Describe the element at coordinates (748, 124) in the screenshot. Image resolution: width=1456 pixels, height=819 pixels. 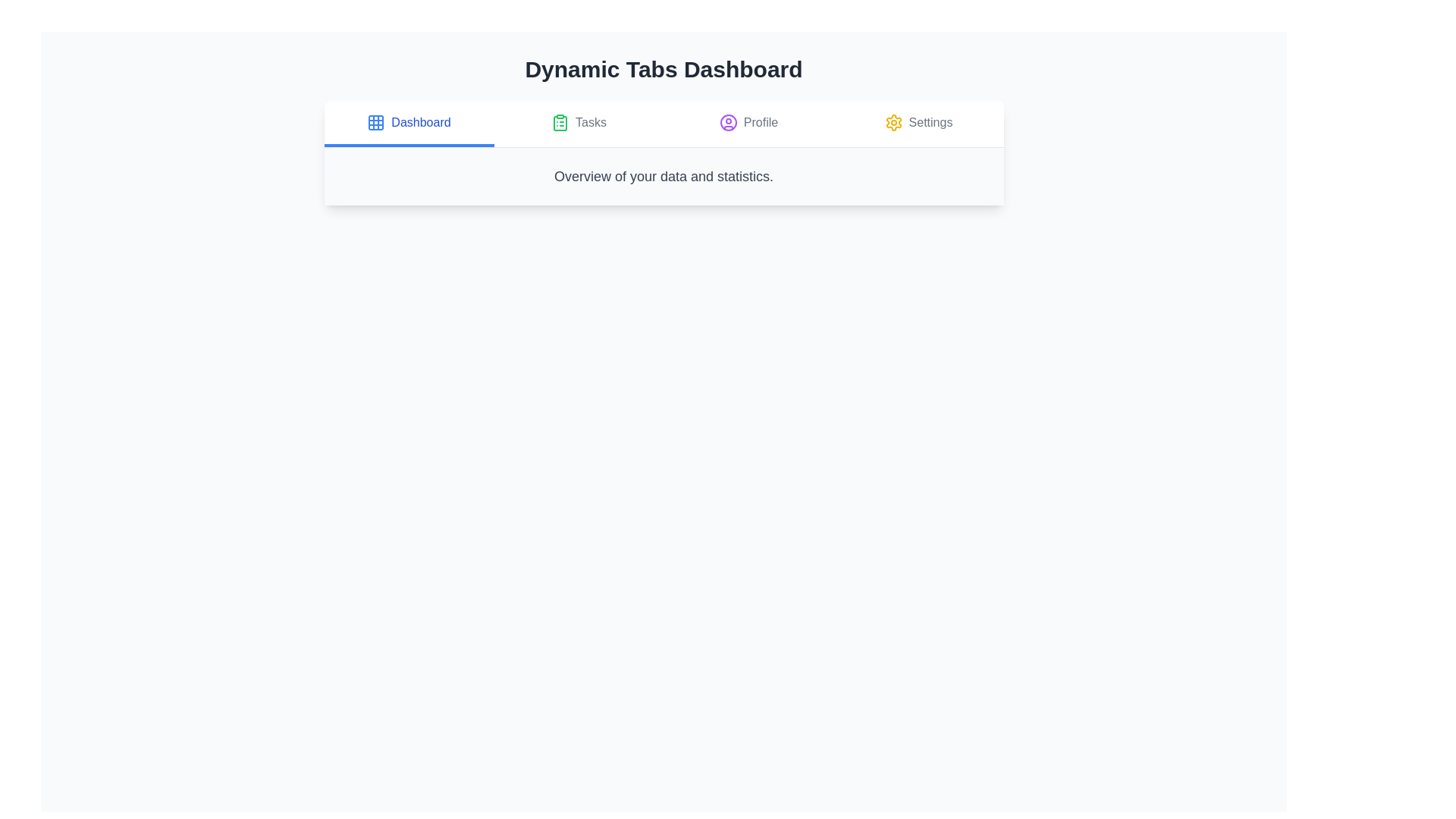
I see `the 'Profile' Navigation Tab, which is the third tab from the left in the navigation bar, located centrally at the upper section between 'Tasks' and 'Settings'` at that location.